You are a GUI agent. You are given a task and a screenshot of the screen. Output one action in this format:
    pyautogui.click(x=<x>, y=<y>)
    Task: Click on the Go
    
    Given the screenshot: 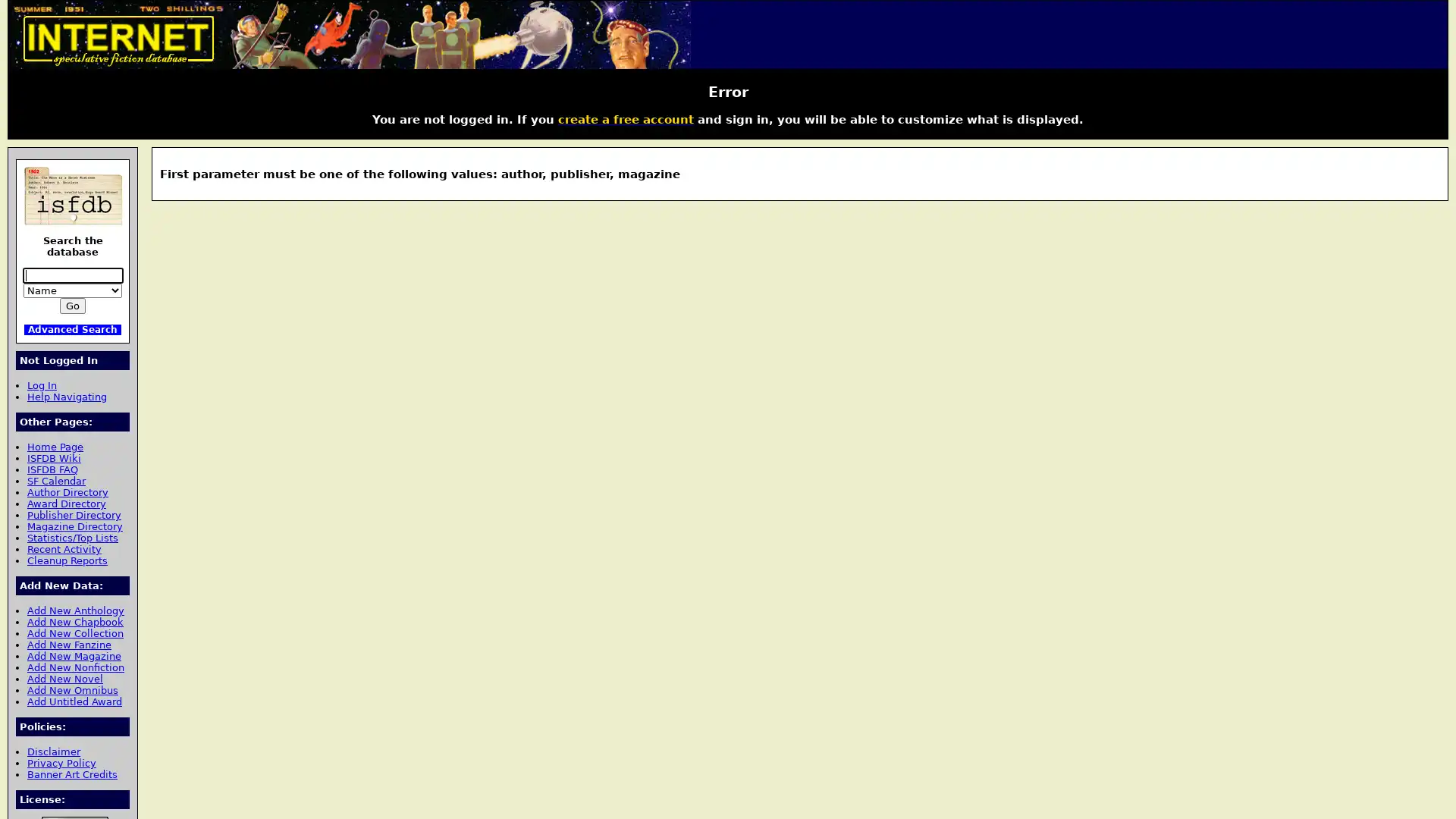 What is the action you would take?
    pyautogui.click(x=72, y=306)
    